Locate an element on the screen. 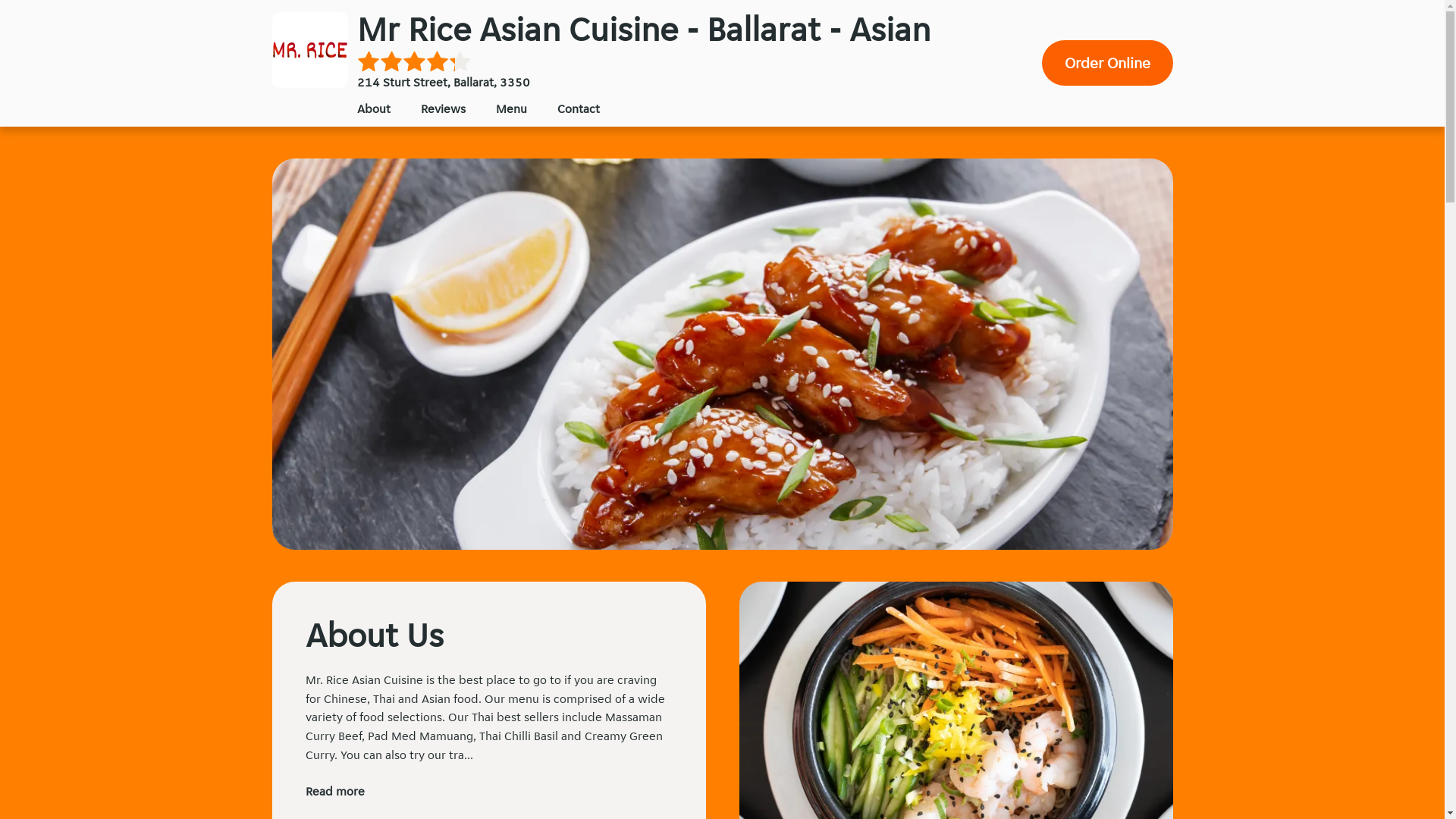 Image resolution: width=1456 pixels, height=819 pixels. 'About' is located at coordinates (372, 108).